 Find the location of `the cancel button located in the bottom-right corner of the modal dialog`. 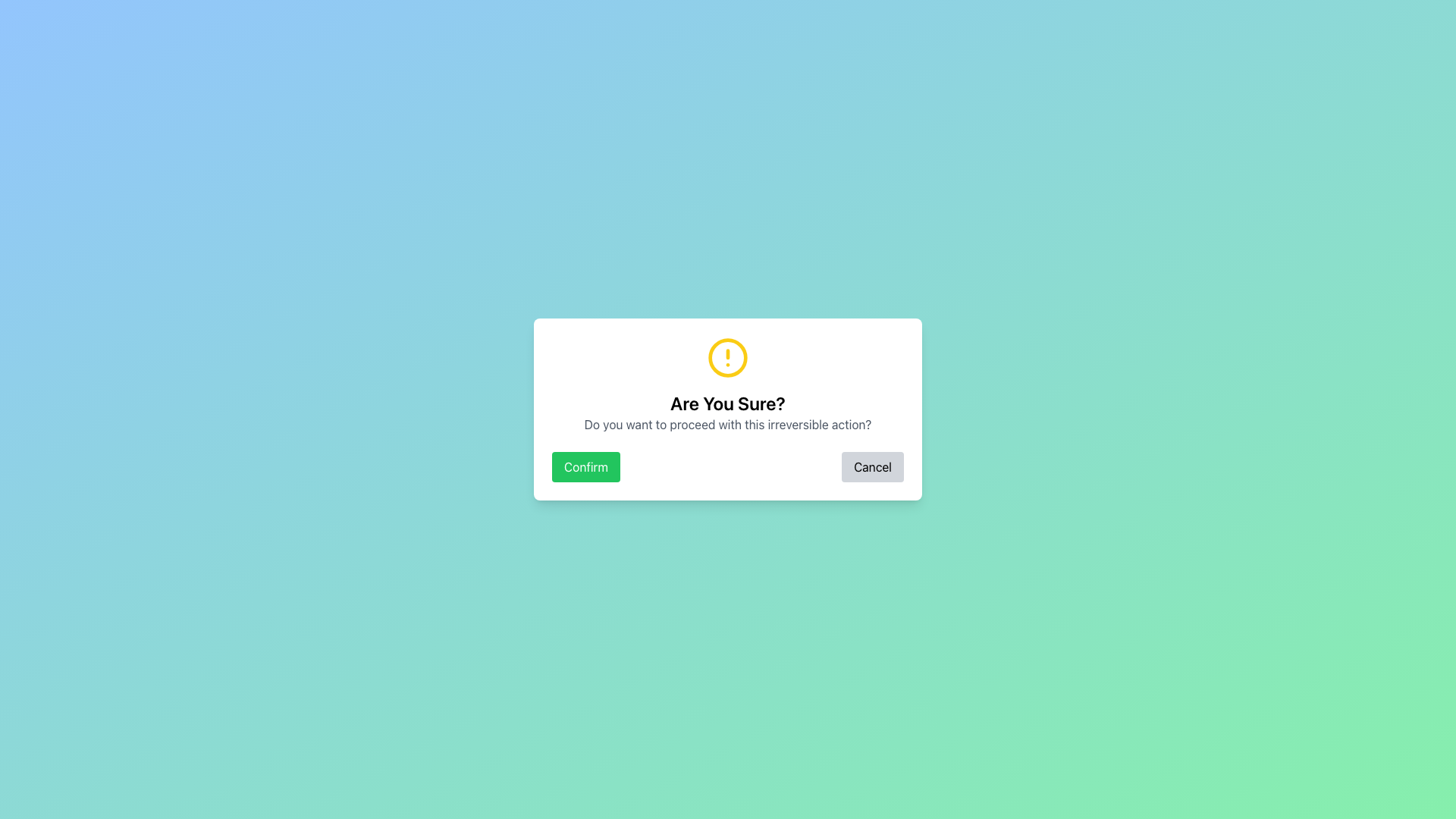

the cancel button located in the bottom-right corner of the modal dialog is located at coordinates (873, 466).